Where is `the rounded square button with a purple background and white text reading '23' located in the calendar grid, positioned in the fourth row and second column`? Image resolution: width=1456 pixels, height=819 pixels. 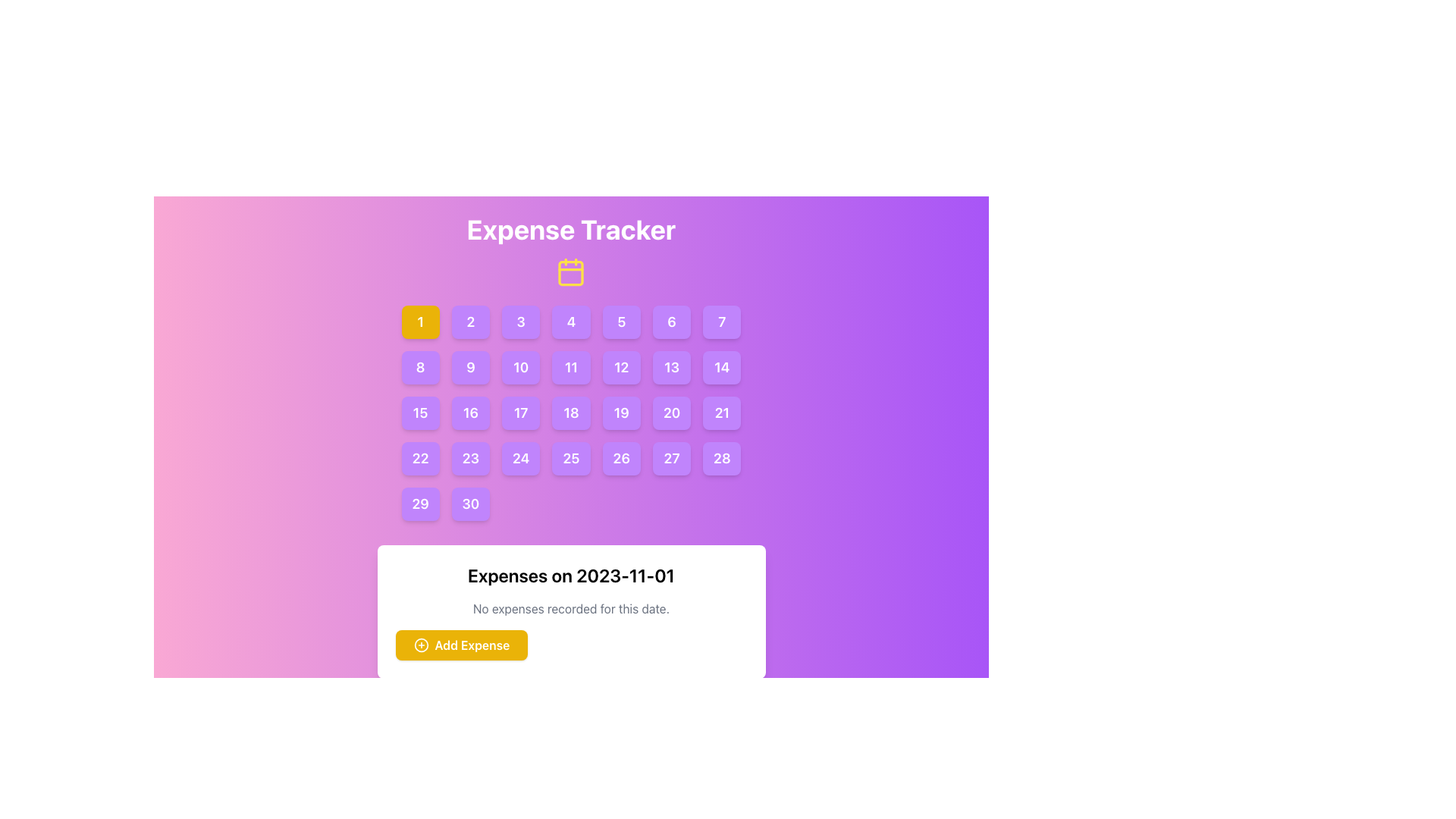 the rounded square button with a purple background and white text reading '23' located in the calendar grid, positioned in the fourth row and second column is located at coordinates (469, 458).